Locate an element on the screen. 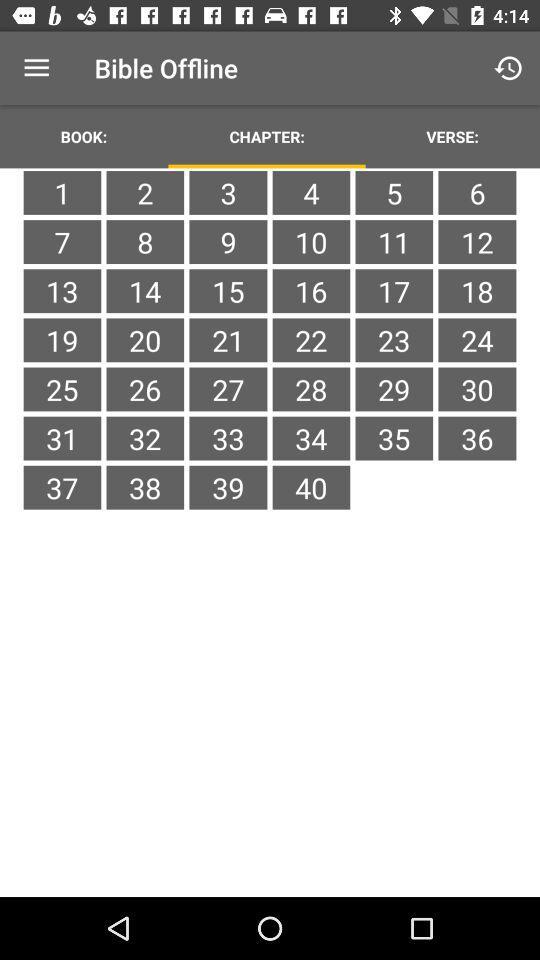 The height and width of the screenshot is (960, 540). item above 39 is located at coordinates (311, 438).